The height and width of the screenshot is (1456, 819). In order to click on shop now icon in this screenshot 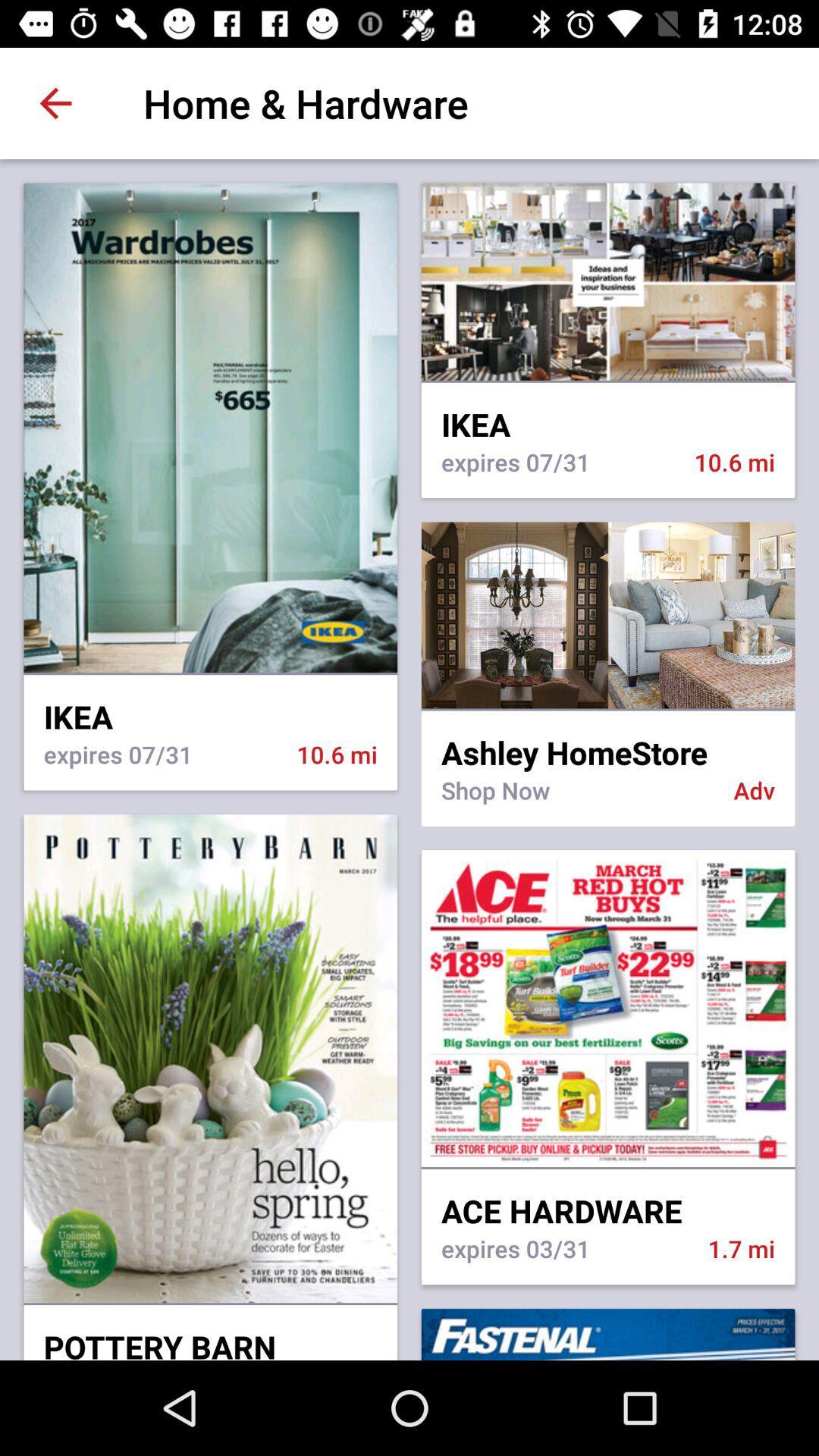, I will do `click(577, 799)`.